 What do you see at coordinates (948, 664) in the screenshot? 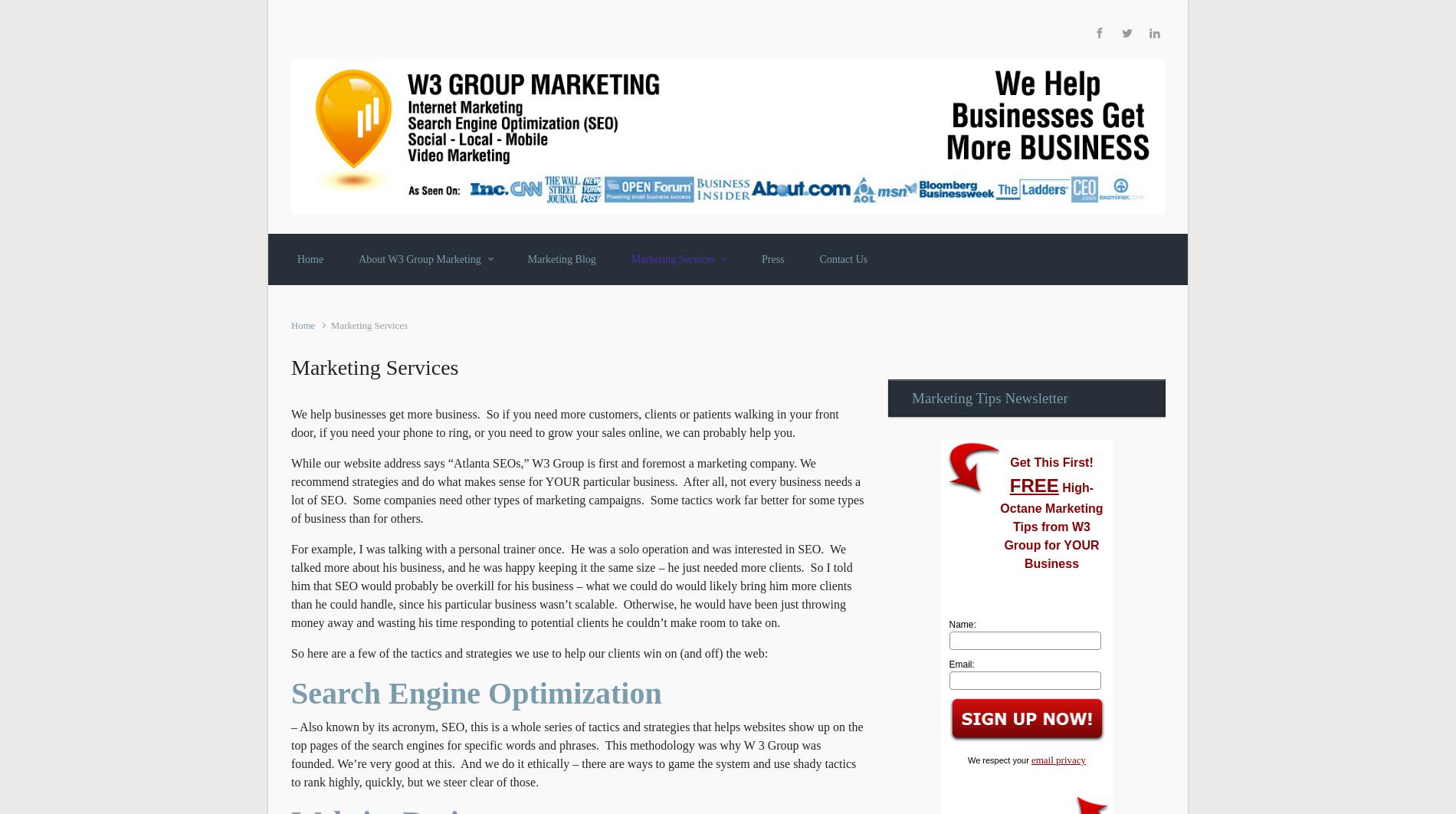
I see `'Email:'` at bounding box center [948, 664].